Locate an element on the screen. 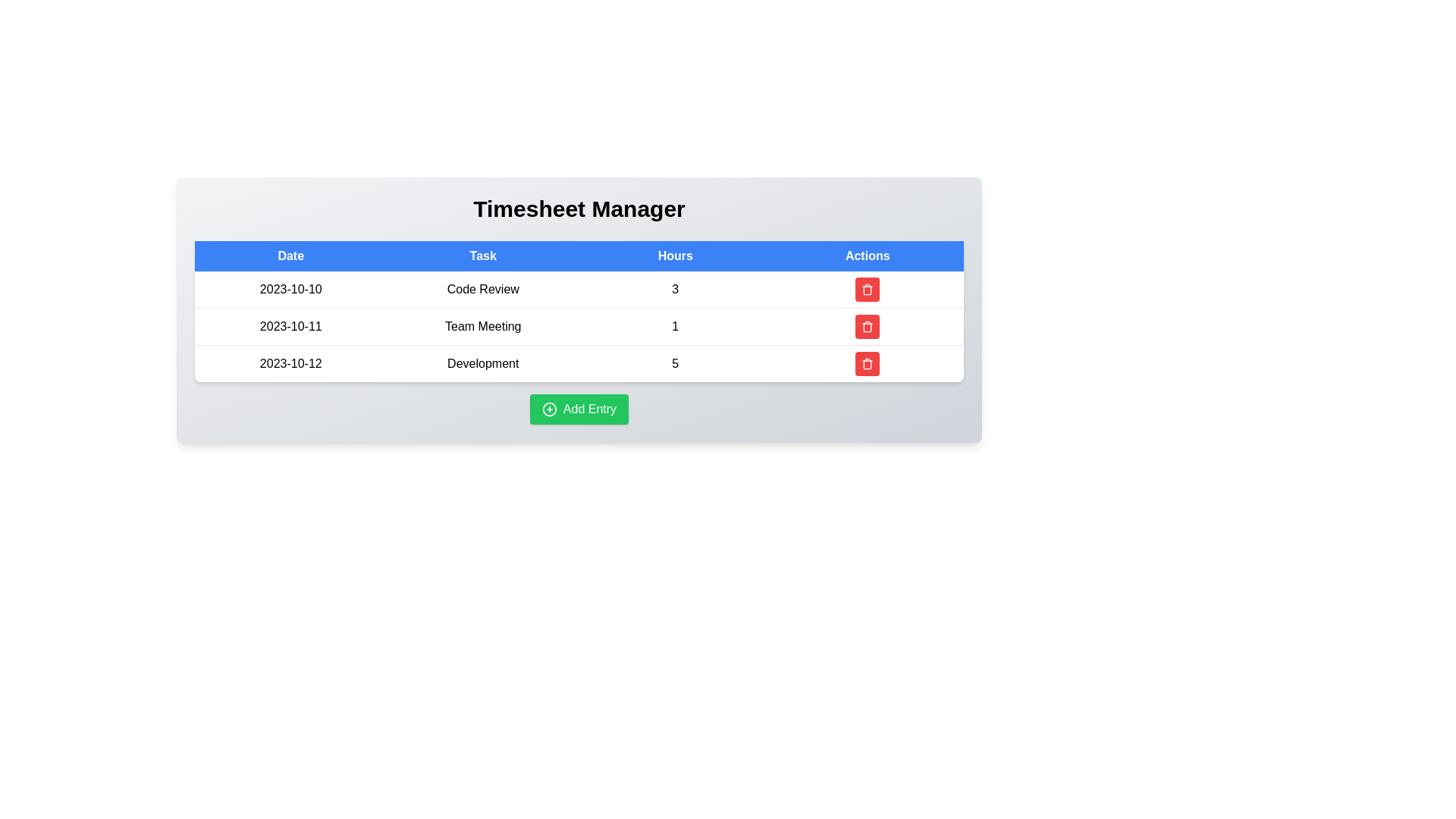 The image size is (1456, 819). the third trash can icon in the 'Actions' column is located at coordinates (868, 363).